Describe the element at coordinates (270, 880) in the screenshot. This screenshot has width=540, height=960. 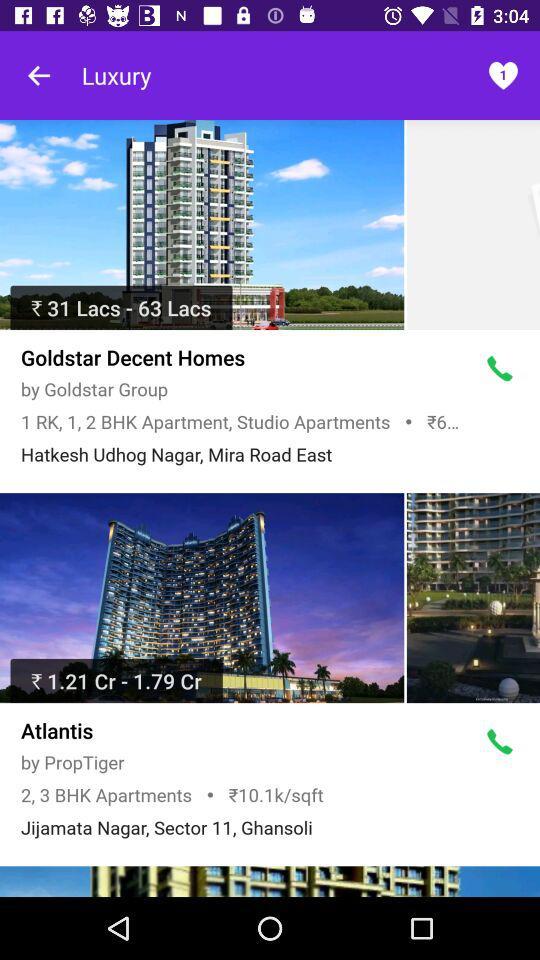
I see `link to more images` at that location.